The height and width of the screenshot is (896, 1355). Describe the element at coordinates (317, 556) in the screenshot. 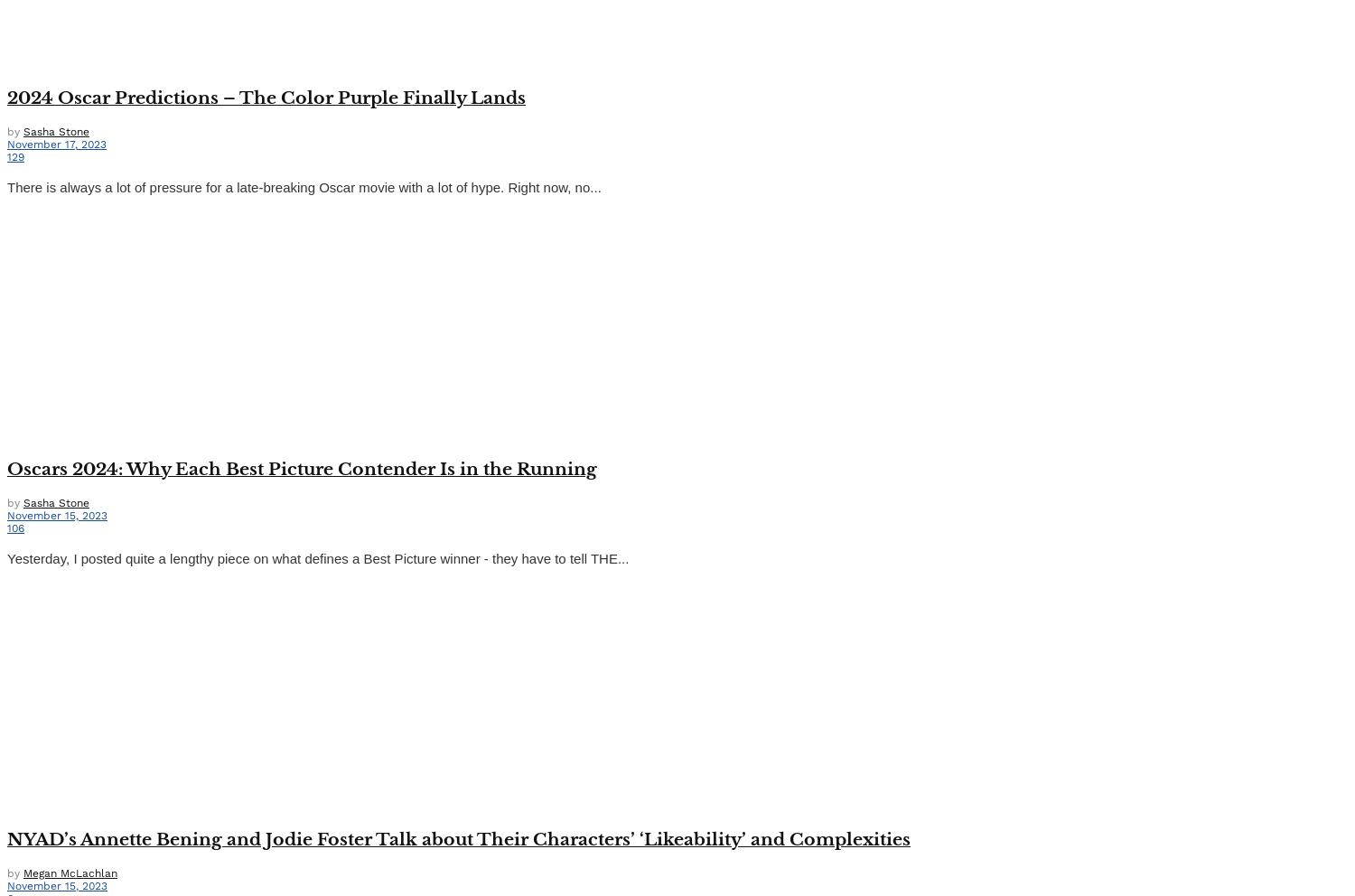

I see `'Yesterday, I posted quite a lengthy piece on what defines a Best Picture winner - they have to tell THE...'` at that location.